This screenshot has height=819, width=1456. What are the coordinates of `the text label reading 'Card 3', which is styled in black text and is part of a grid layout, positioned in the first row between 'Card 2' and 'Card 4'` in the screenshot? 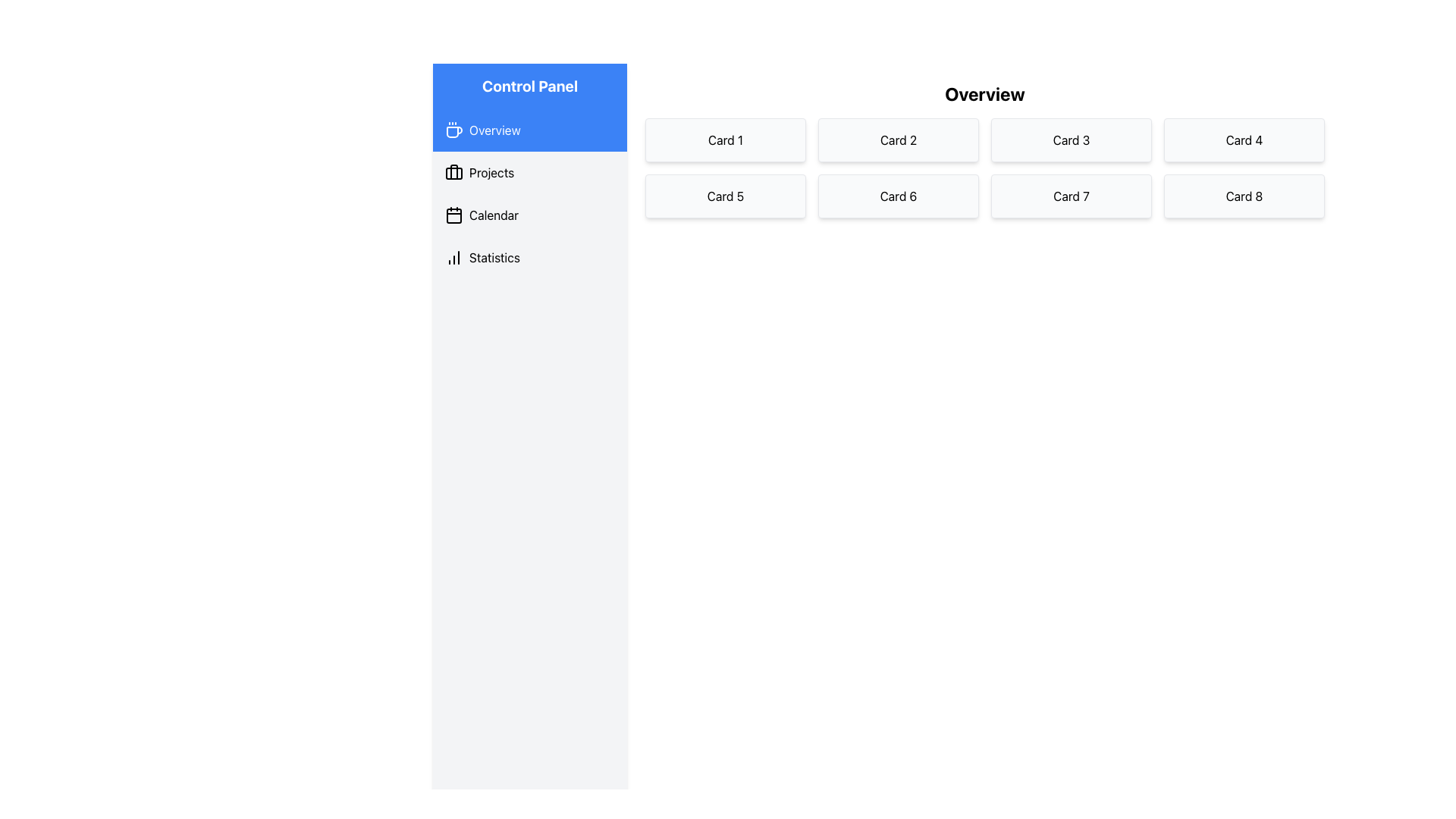 It's located at (1070, 140).